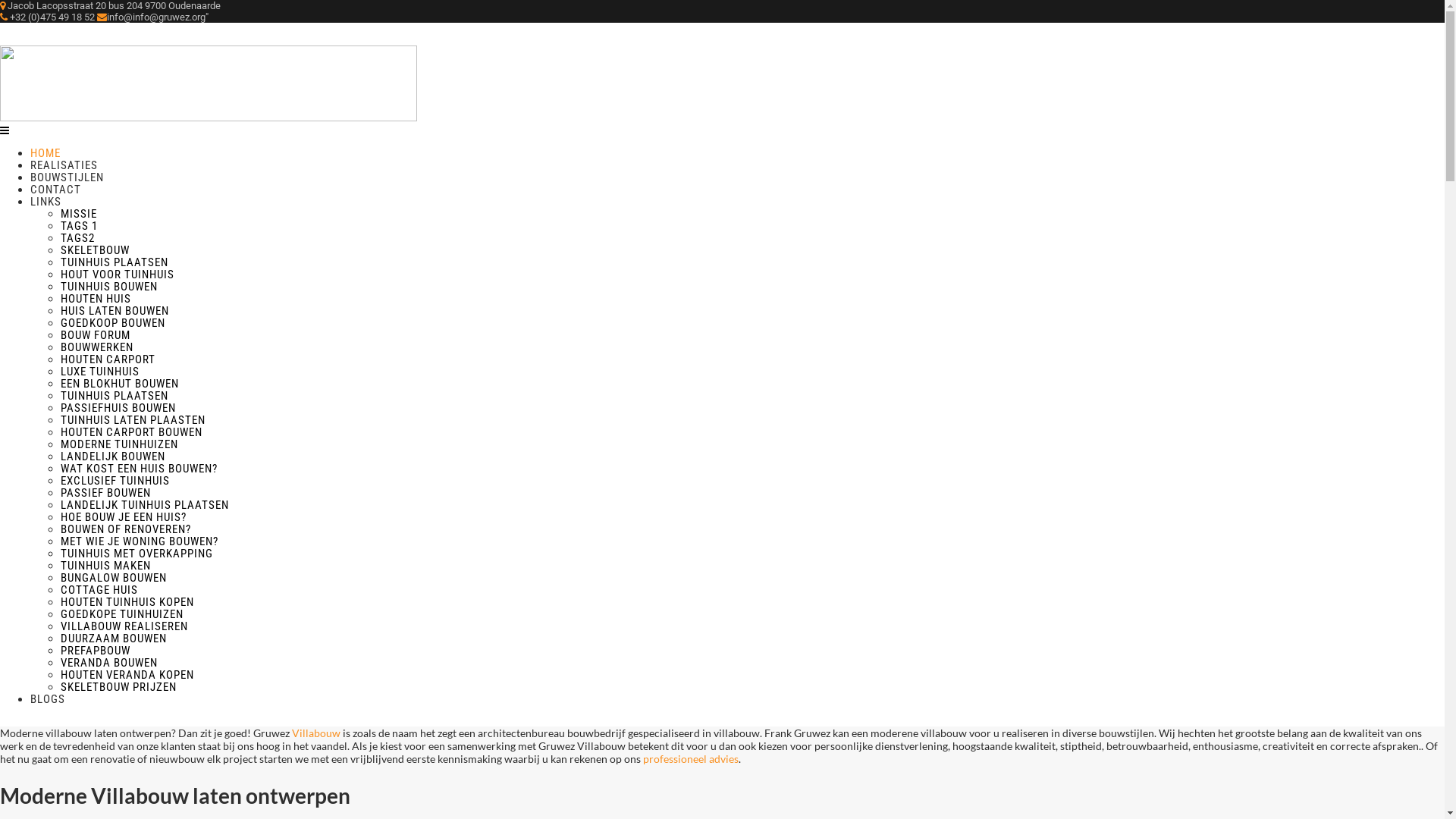 Image resolution: width=1456 pixels, height=819 pixels. What do you see at coordinates (61, 687) in the screenshot?
I see `'SKELETBOUW PRIJZEN'` at bounding box center [61, 687].